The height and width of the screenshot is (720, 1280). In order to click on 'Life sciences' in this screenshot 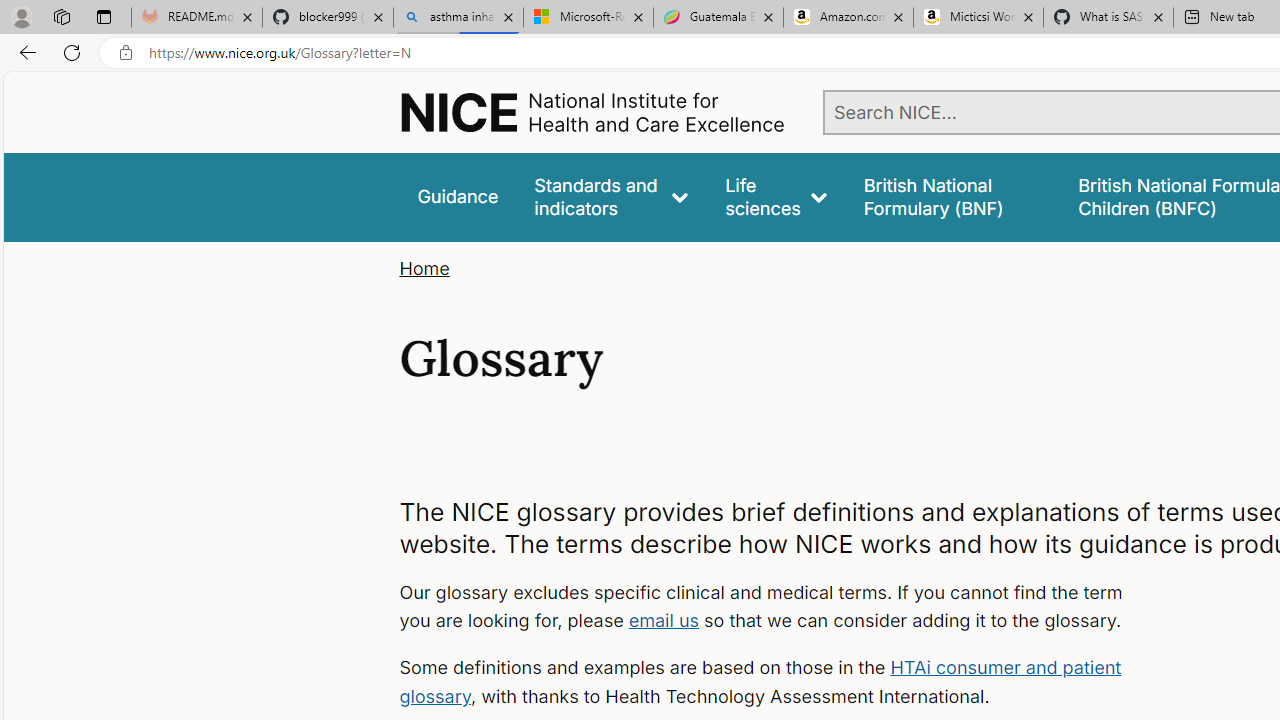, I will do `click(775, 197)`.